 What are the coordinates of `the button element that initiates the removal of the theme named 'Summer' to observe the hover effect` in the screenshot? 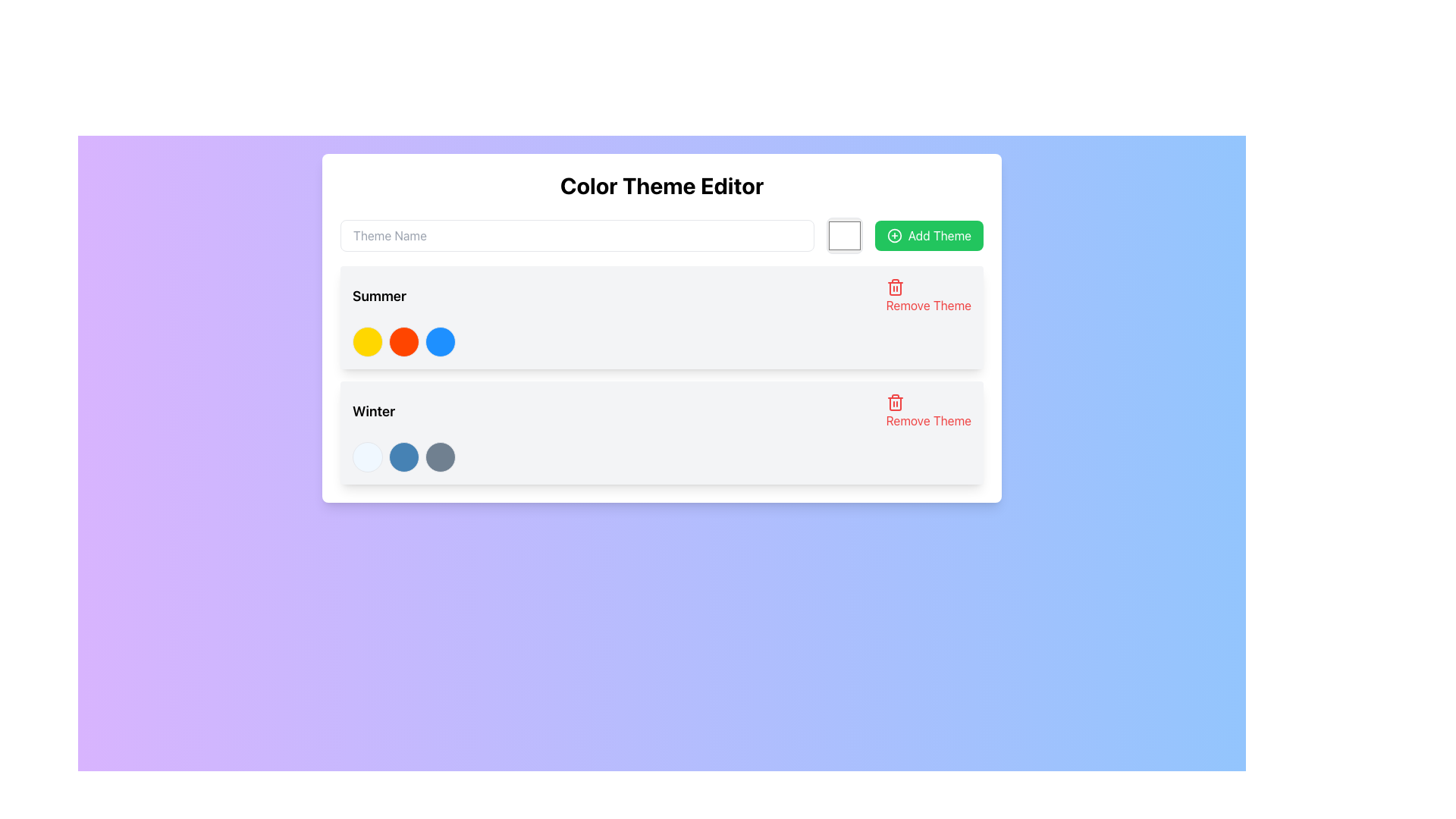 It's located at (927, 296).